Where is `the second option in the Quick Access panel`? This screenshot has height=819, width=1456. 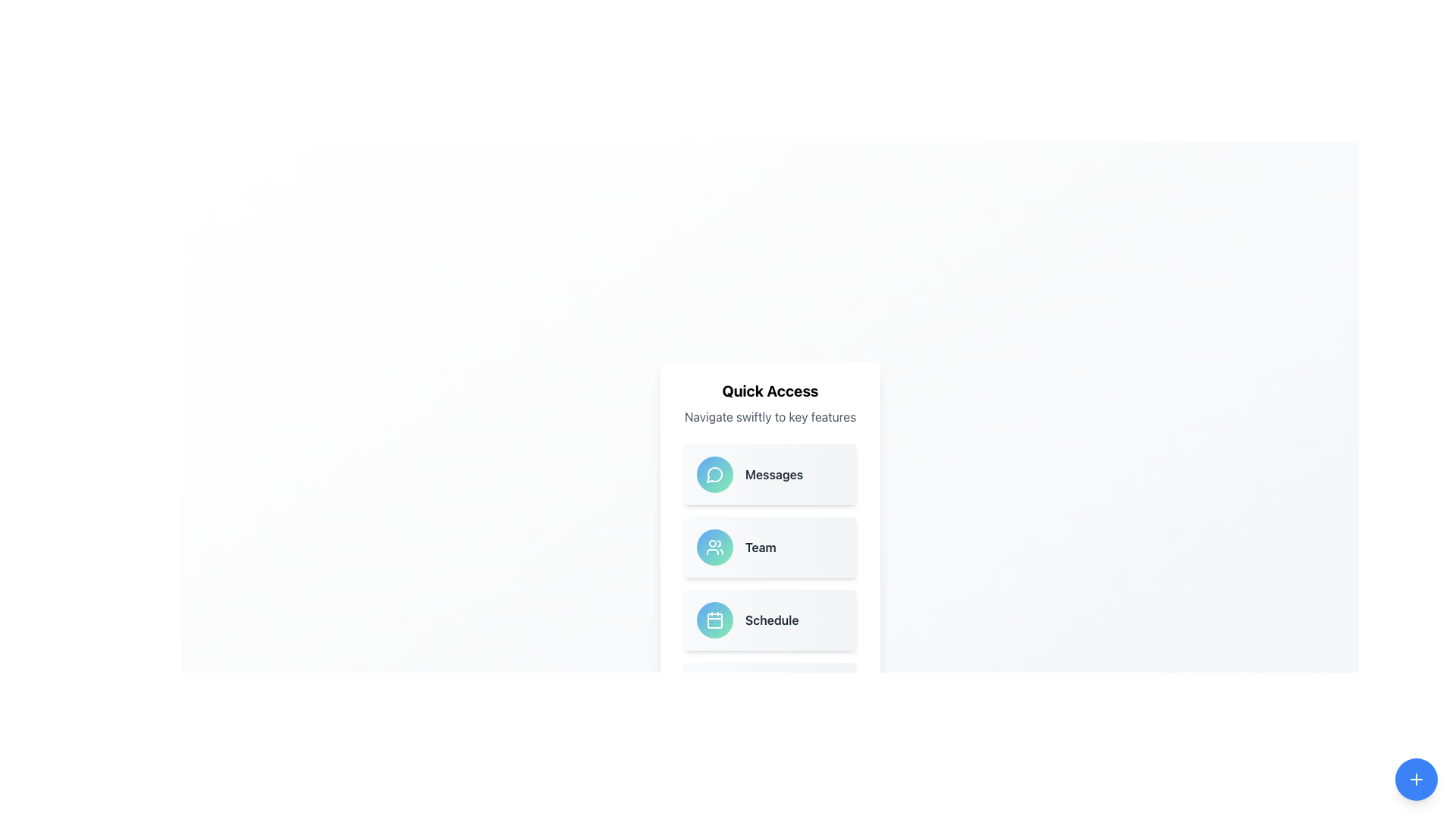 the second option in the Quick Access panel is located at coordinates (770, 547).